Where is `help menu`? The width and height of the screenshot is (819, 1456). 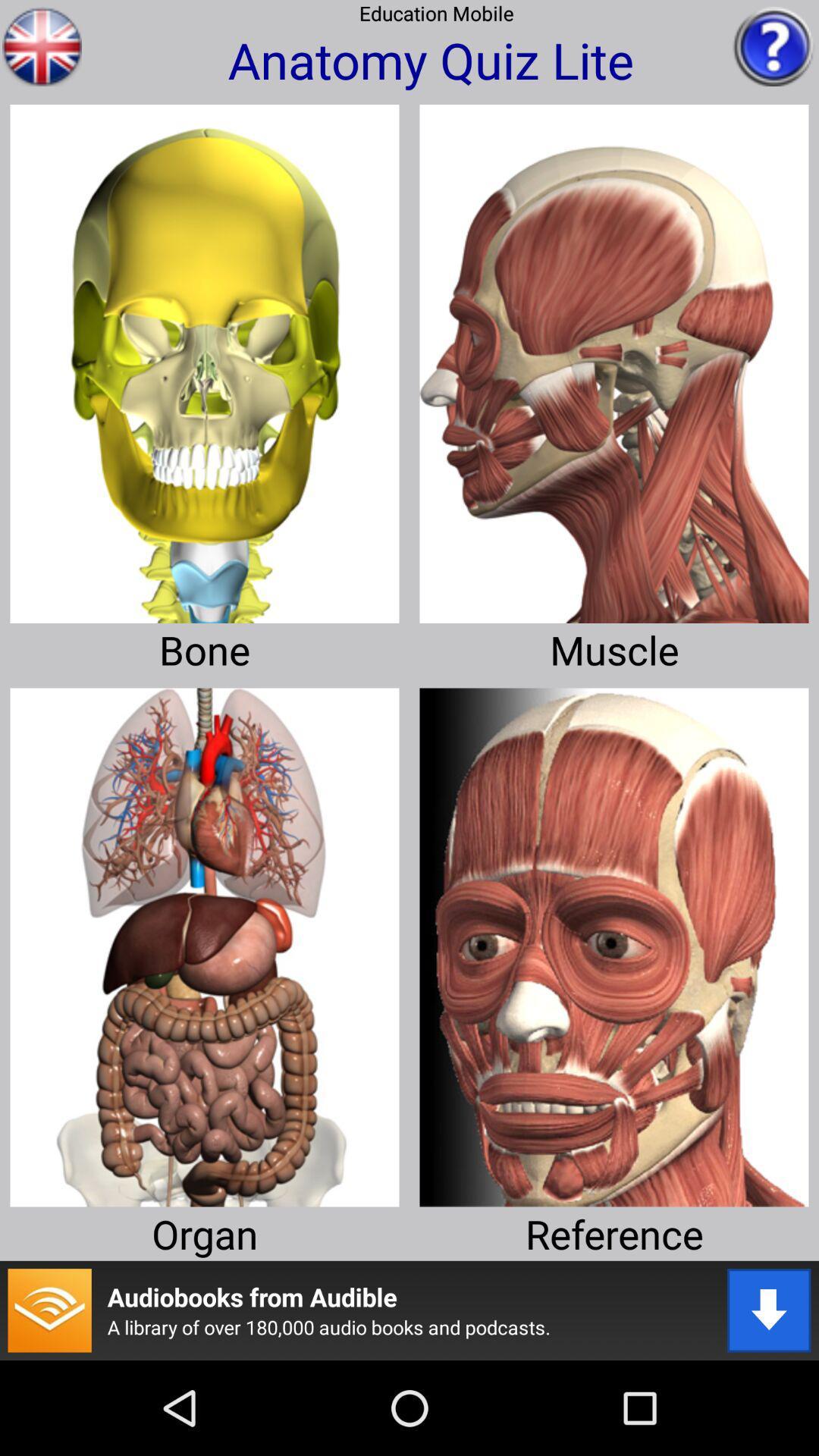 help menu is located at coordinates (773, 46).